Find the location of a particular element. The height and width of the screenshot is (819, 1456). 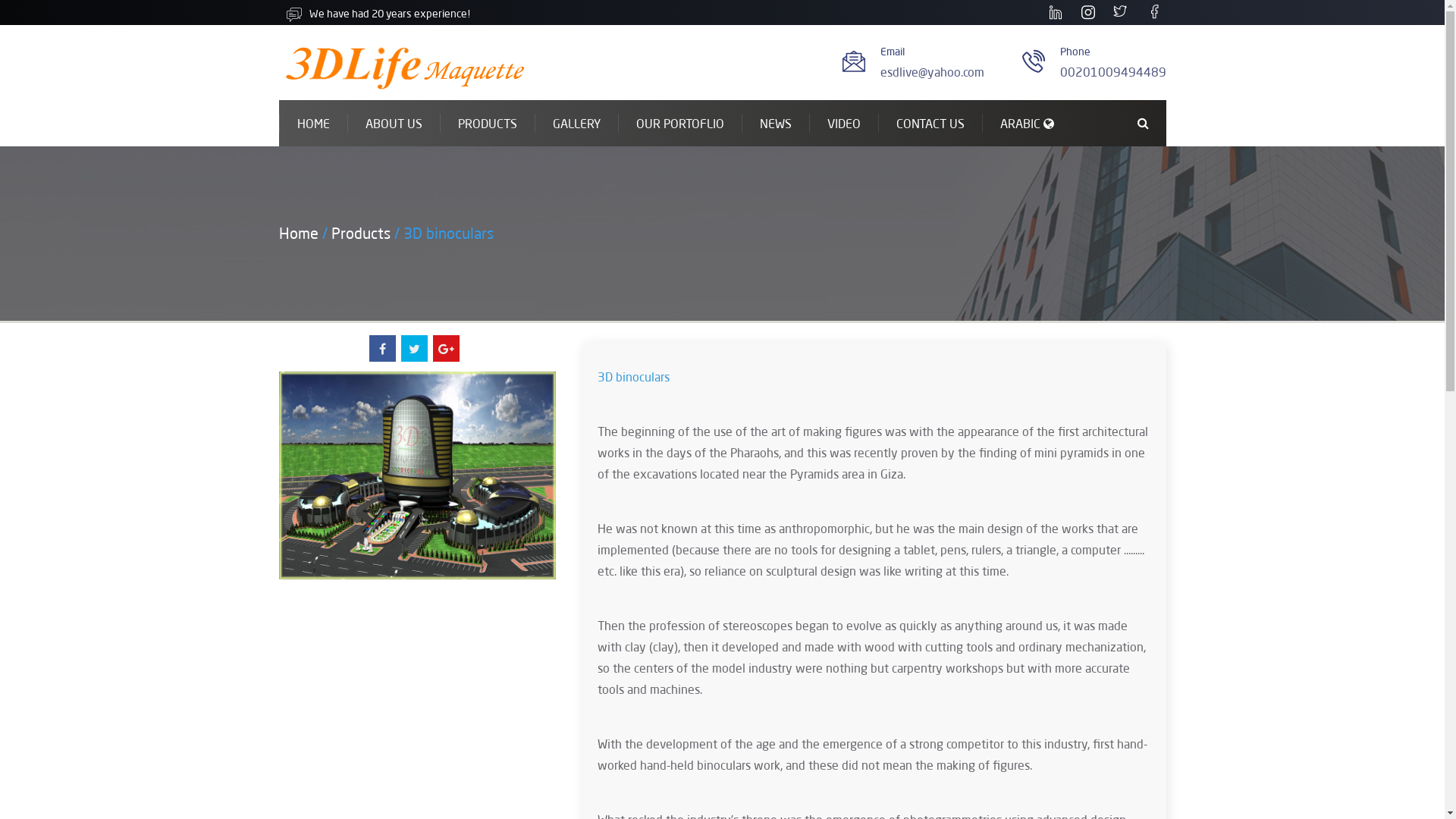

'ARABIC' is located at coordinates (1026, 122).